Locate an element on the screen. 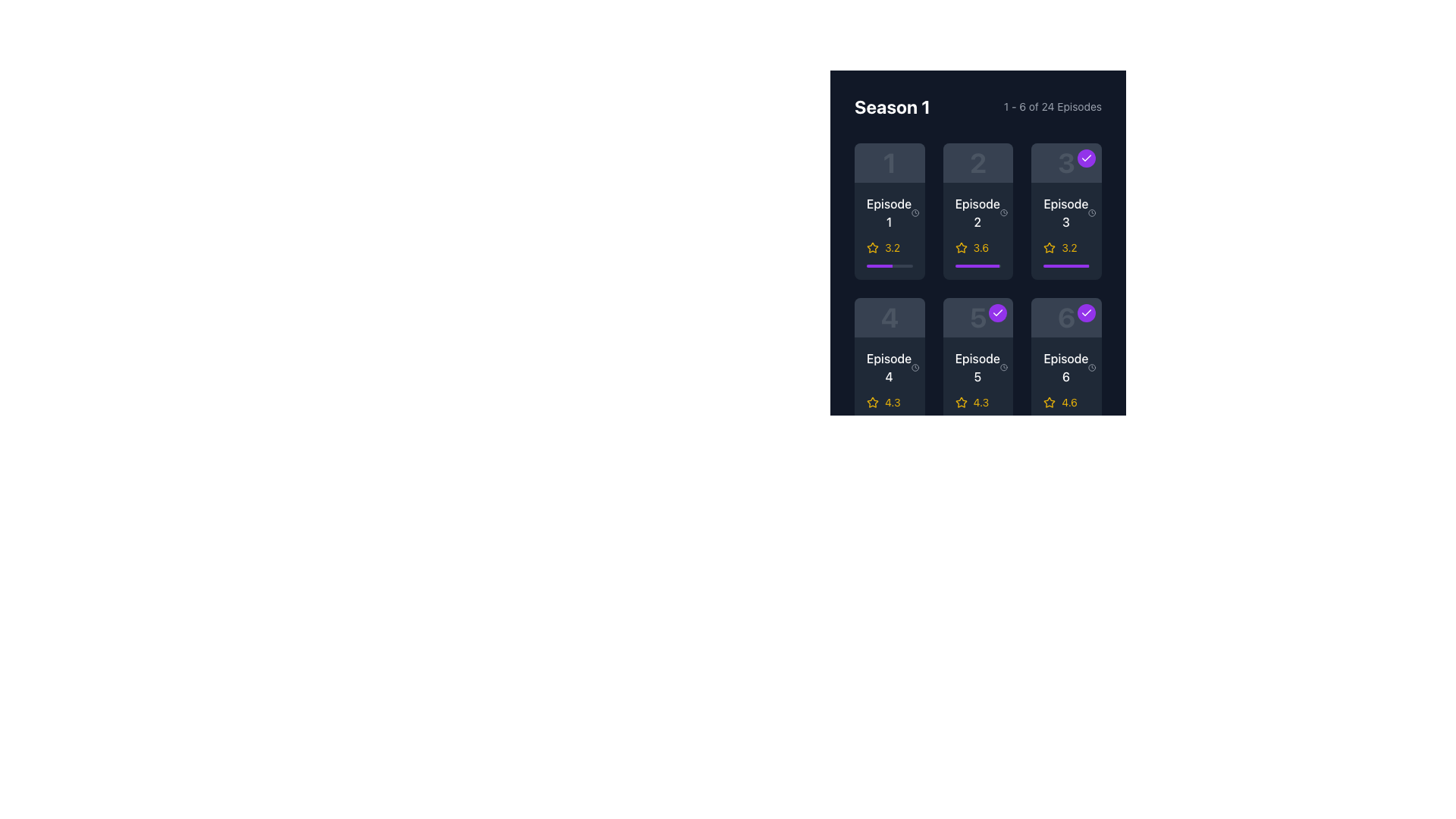 Image resolution: width=1456 pixels, height=819 pixels. the text label displaying episode information, which includes 'Episode 3' and '42 min', located between 'Season 1' and the rating stars block is located at coordinates (1065, 213).